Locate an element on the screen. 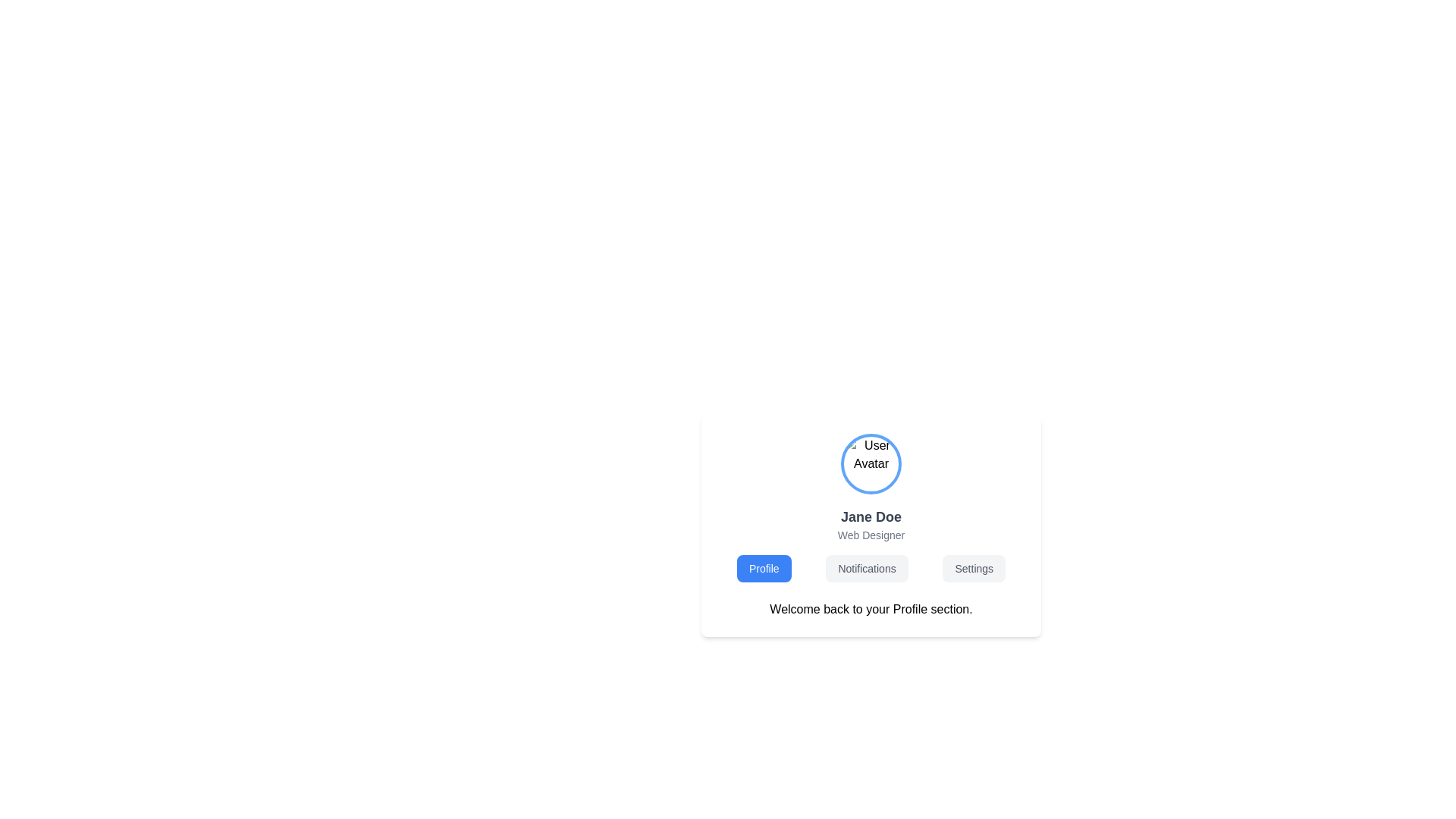 This screenshot has width=1456, height=819. the leftmost button in the row of three buttons (Profile, Notifications, and Settings) is located at coordinates (764, 568).